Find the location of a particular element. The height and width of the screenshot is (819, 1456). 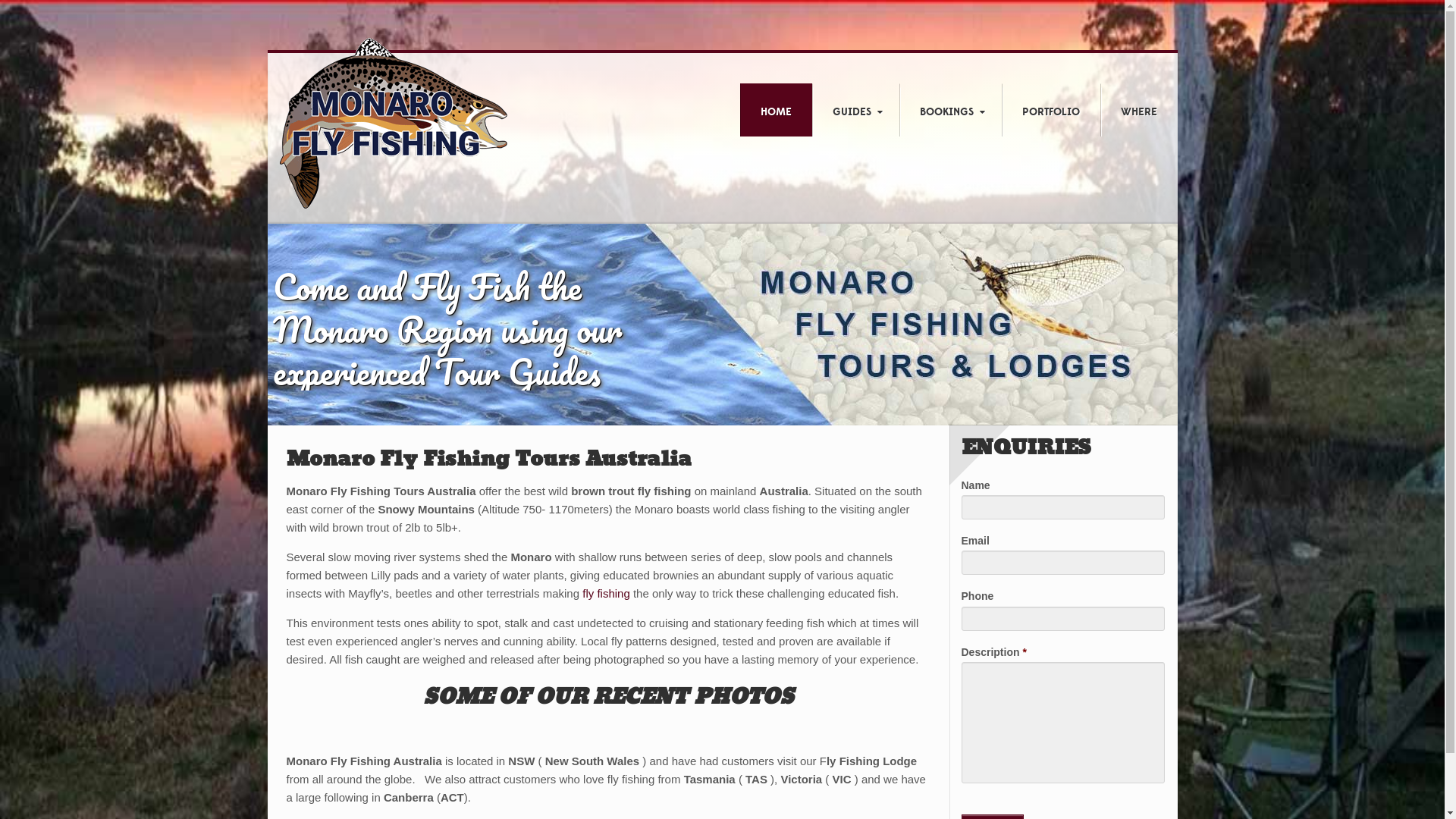

'fly fishing' is located at coordinates (605, 592).